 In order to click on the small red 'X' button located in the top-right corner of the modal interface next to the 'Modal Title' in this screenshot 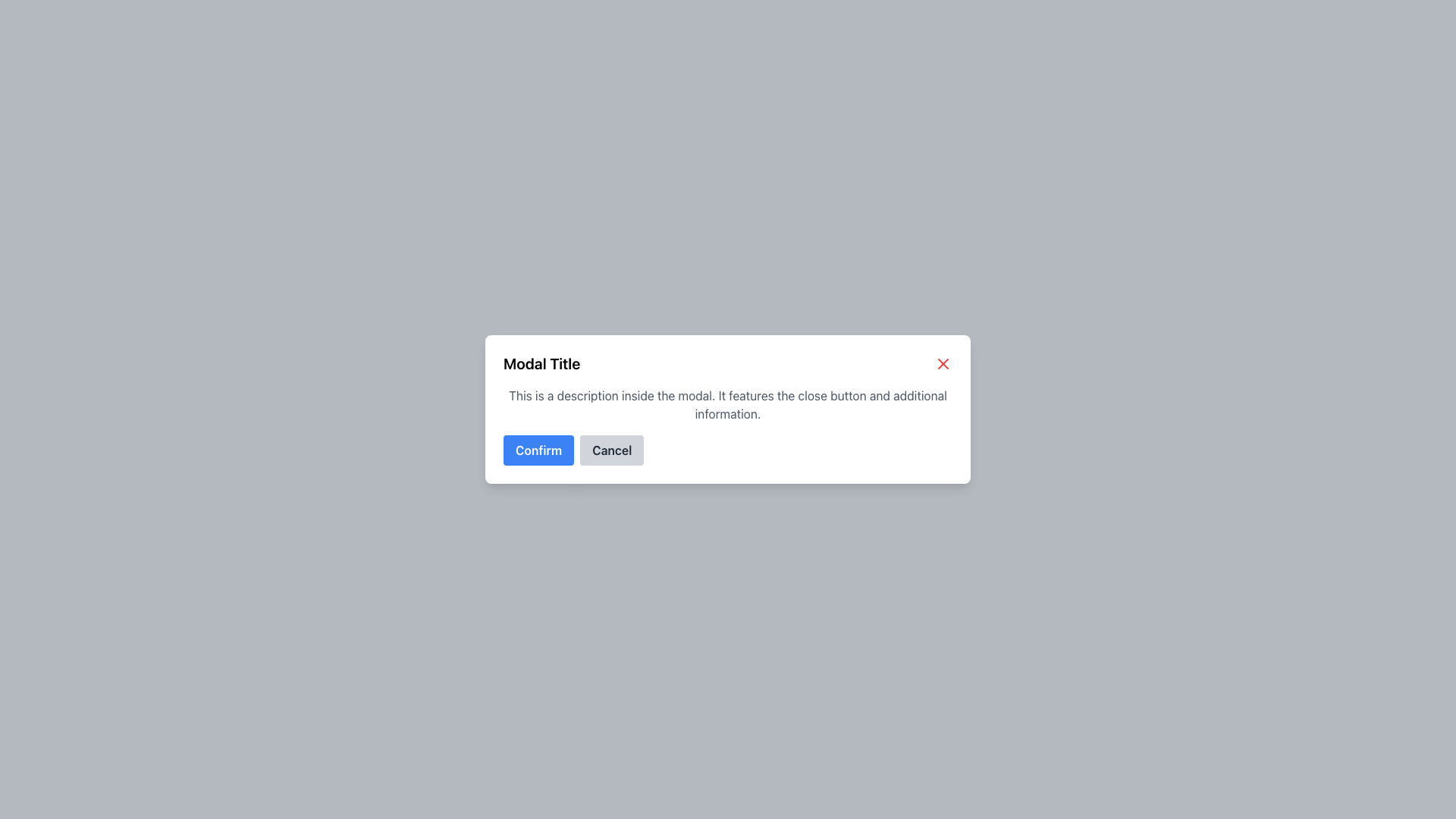, I will do `click(942, 363)`.